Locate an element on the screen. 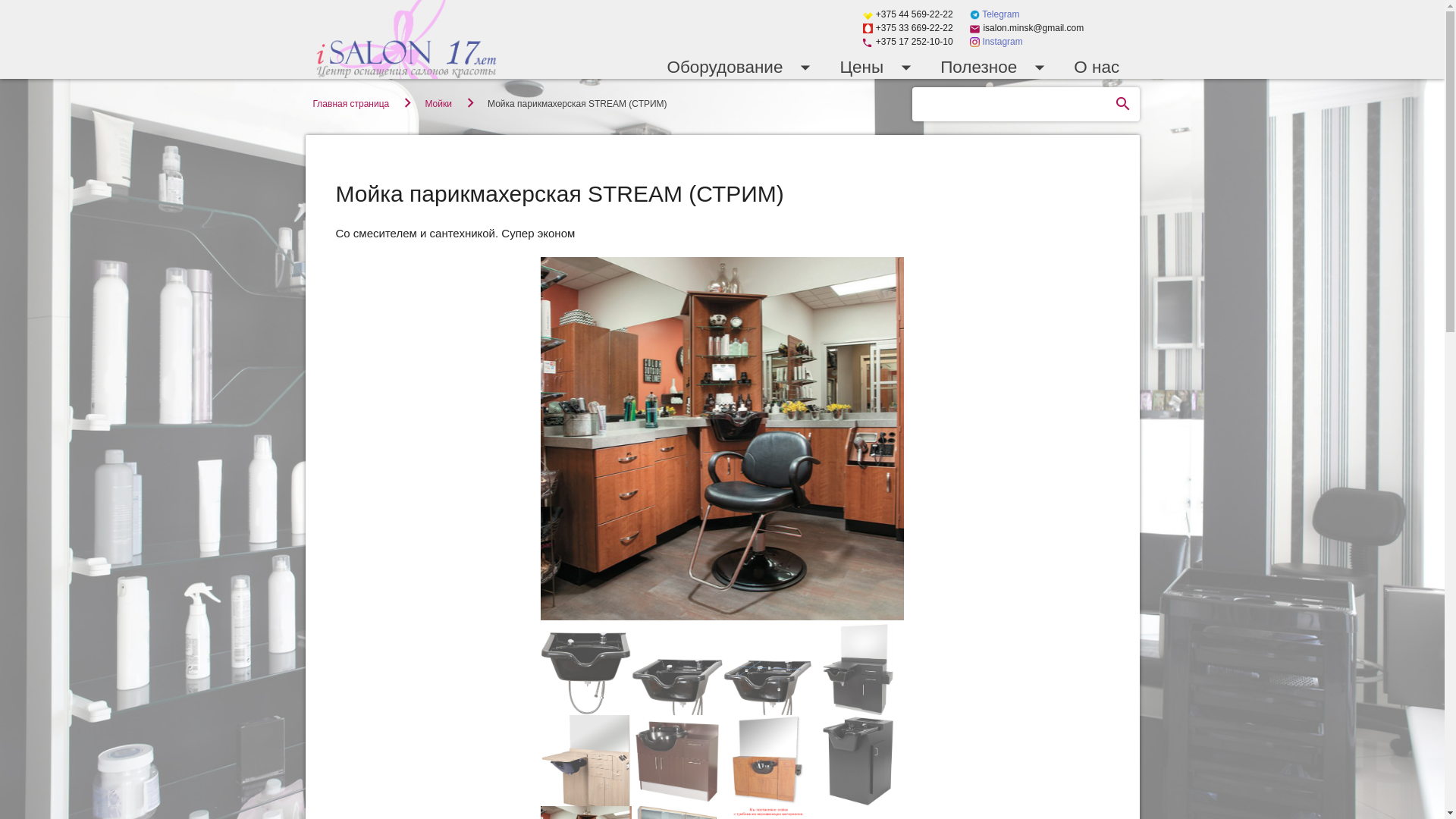 Image resolution: width=1456 pixels, height=819 pixels. 'Telegram' is located at coordinates (994, 14).